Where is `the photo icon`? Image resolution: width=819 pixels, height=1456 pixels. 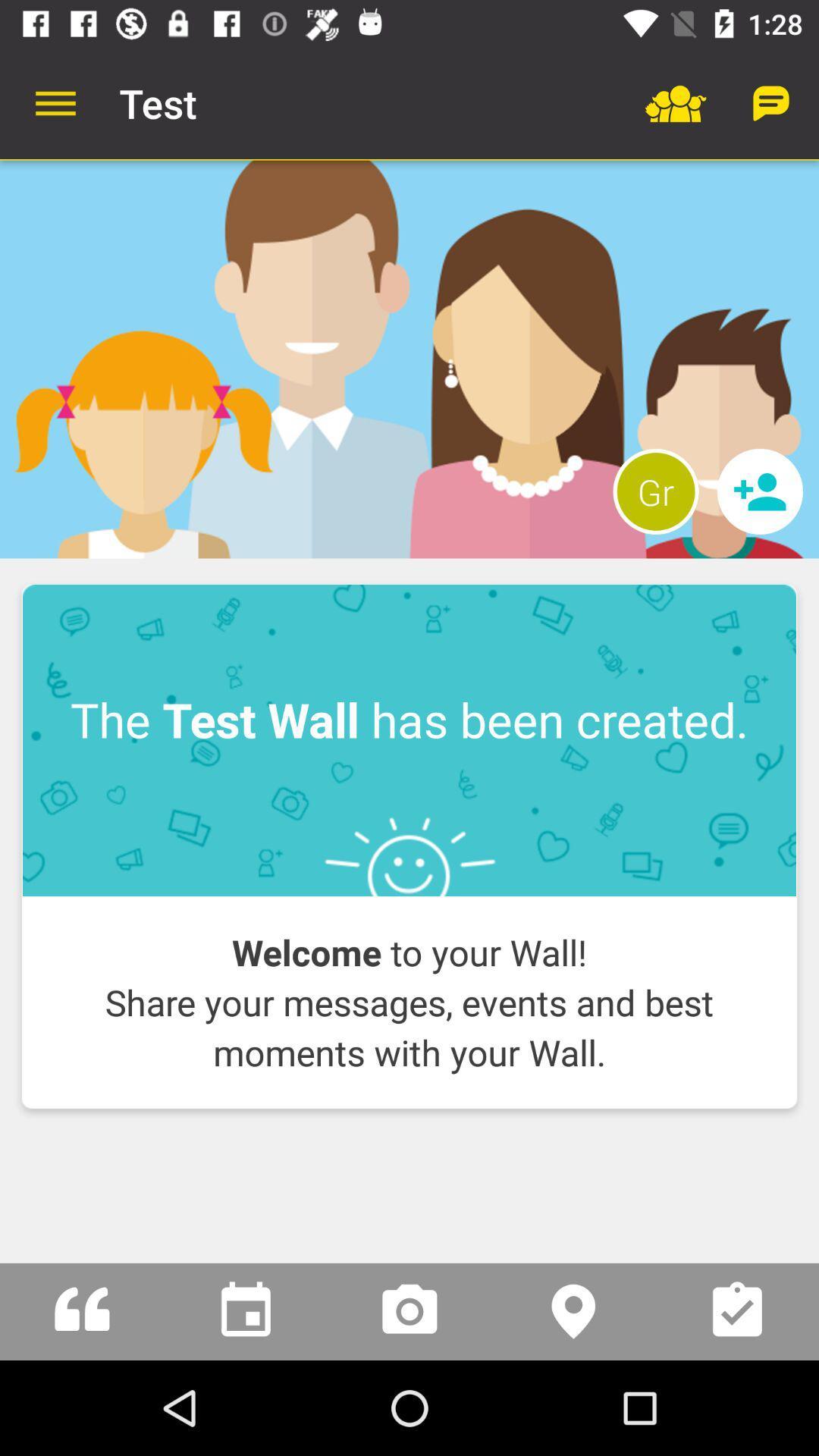 the photo icon is located at coordinates (409, 1310).